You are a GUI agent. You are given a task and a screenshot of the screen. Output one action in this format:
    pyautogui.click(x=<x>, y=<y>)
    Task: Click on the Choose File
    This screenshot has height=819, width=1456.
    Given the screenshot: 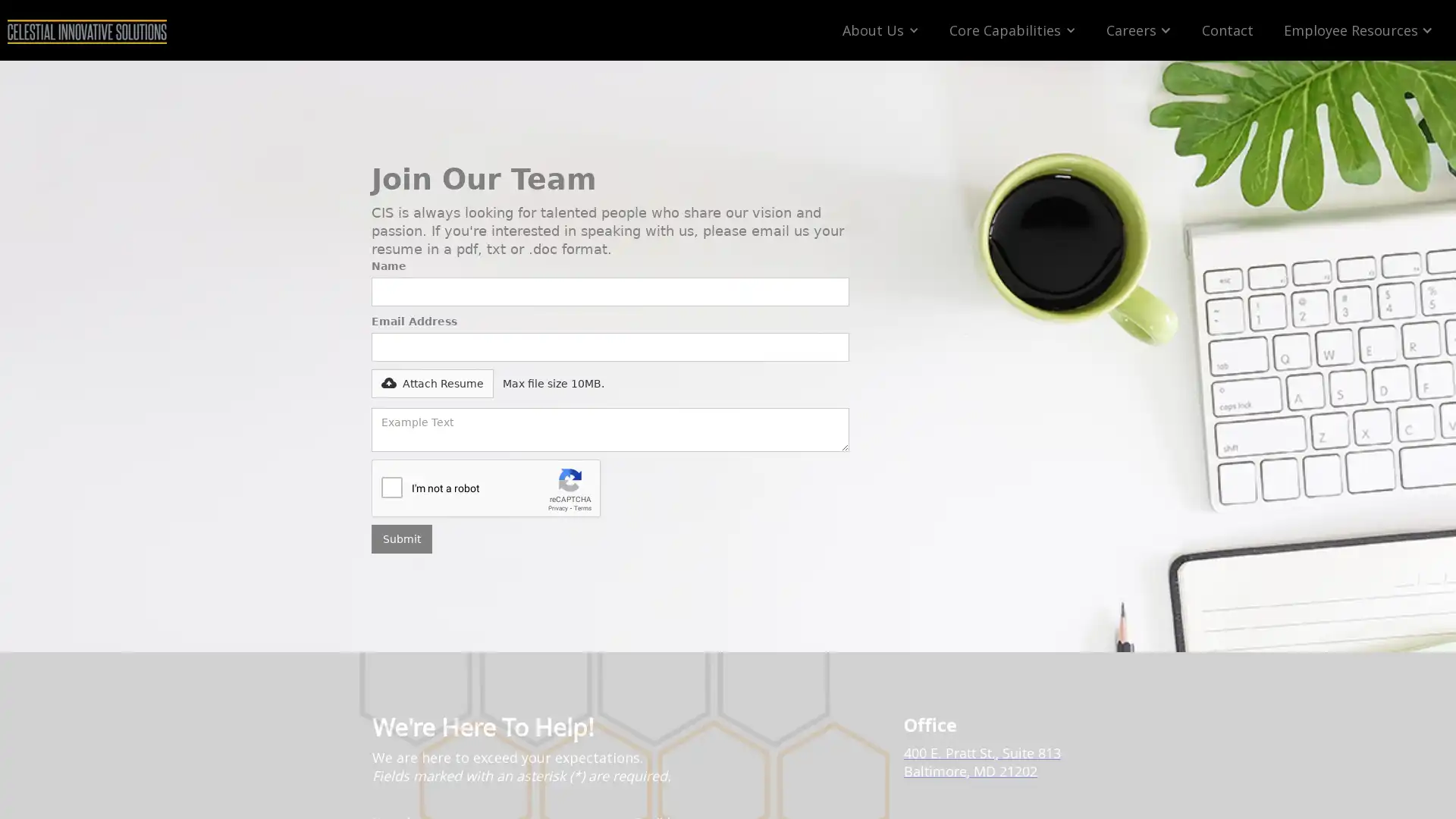 What is the action you would take?
    pyautogui.click(x=408, y=376)
    